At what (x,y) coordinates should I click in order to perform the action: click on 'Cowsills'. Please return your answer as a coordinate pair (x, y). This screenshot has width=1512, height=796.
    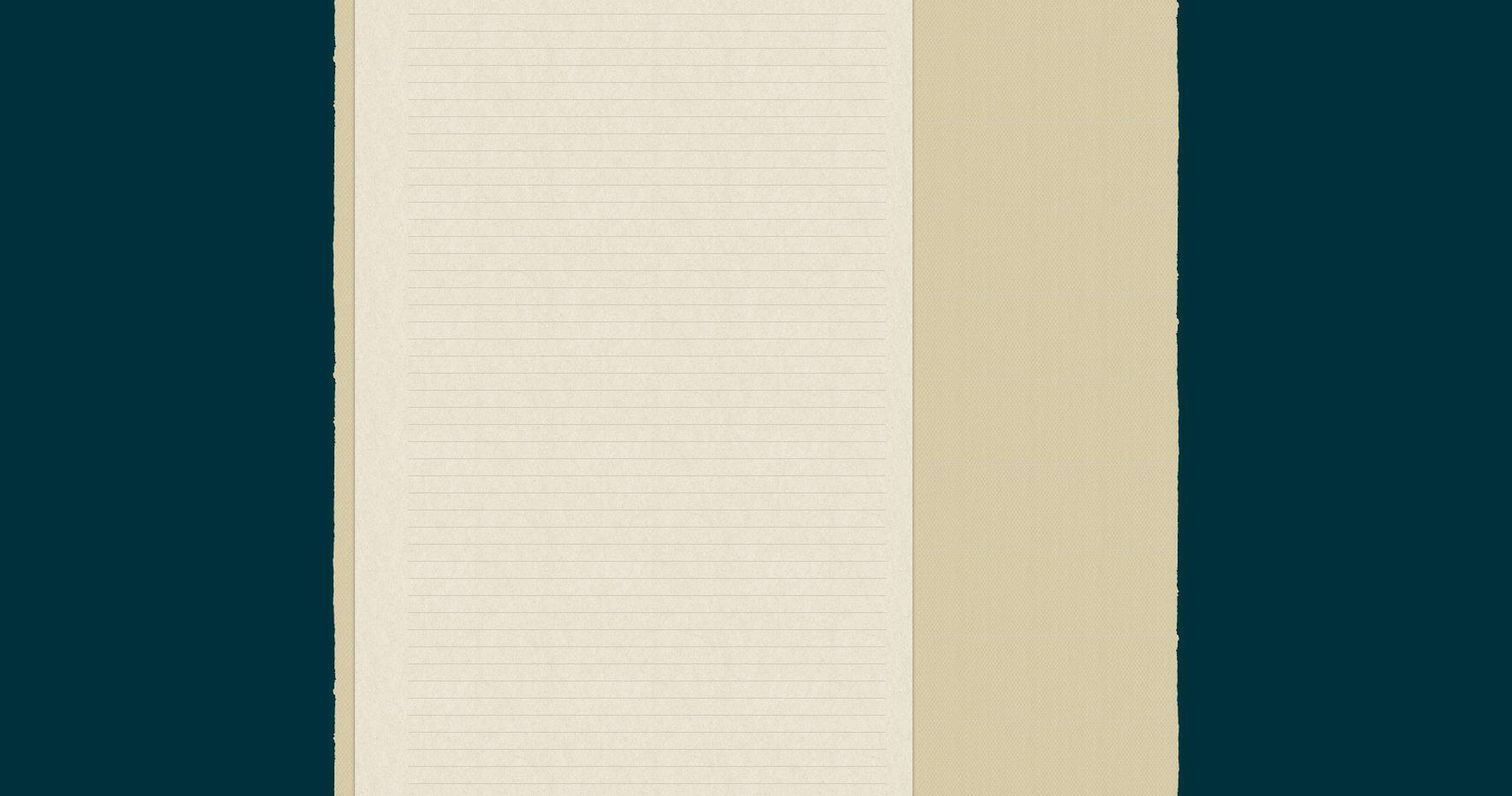
    Looking at the image, I should click on (428, 626).